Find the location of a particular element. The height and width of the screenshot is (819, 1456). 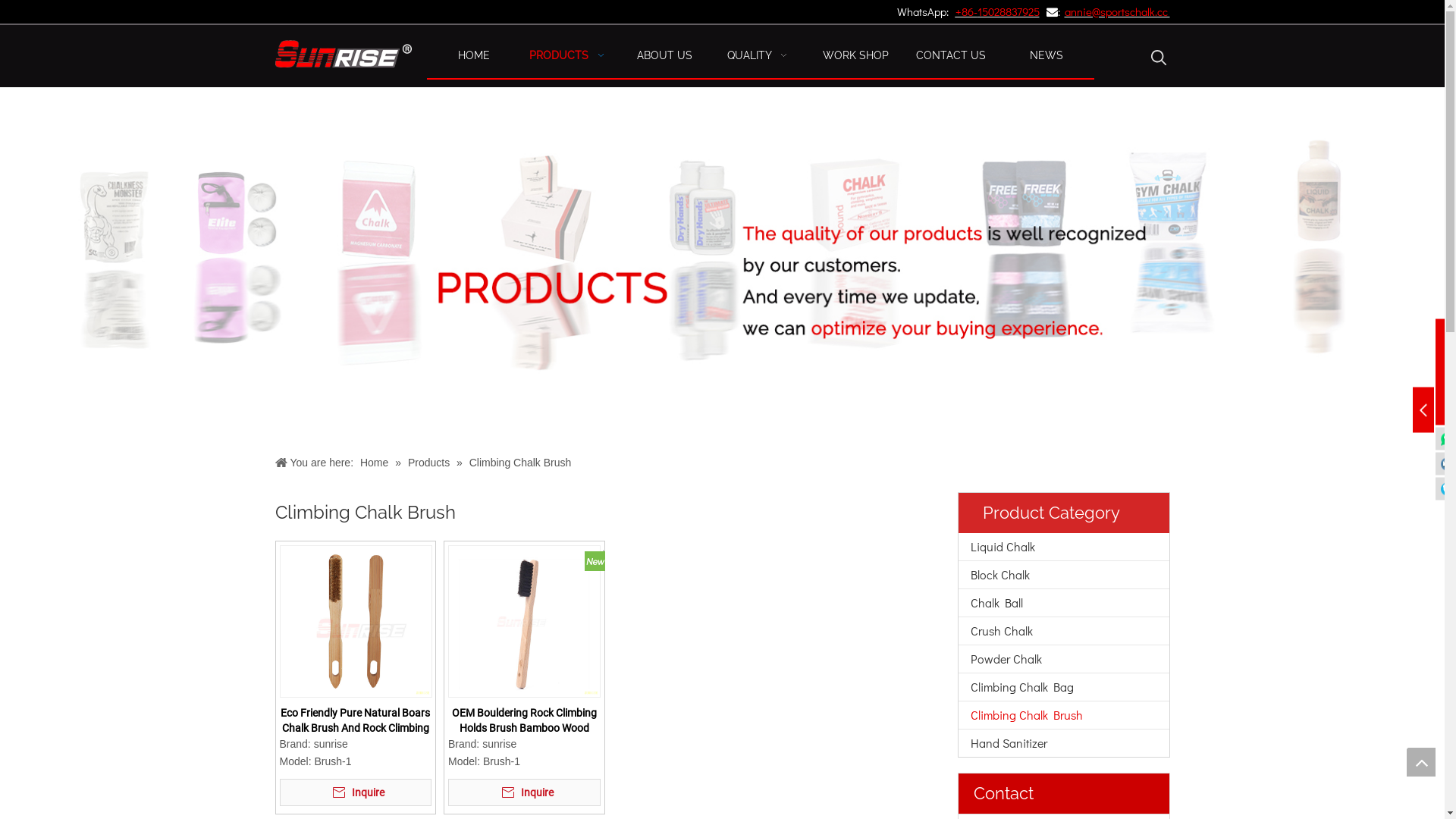

'QUALITY  ' is located at coordinates (761, 55).